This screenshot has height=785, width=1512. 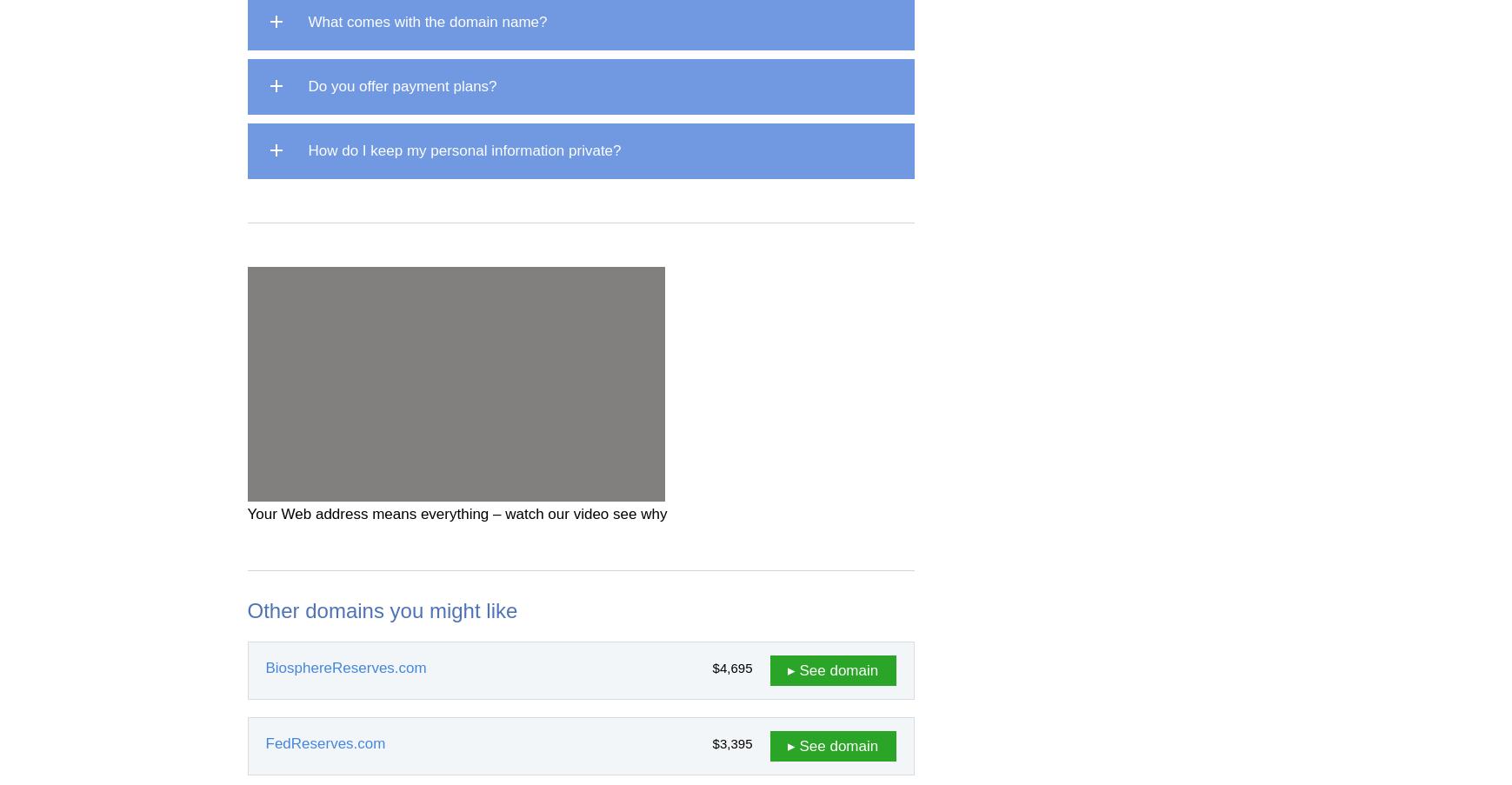 What do you see at coordinates (345, 668) in the screenshot?
I see `'BiosphereReserves.com'` at bounding box center [345, 668].